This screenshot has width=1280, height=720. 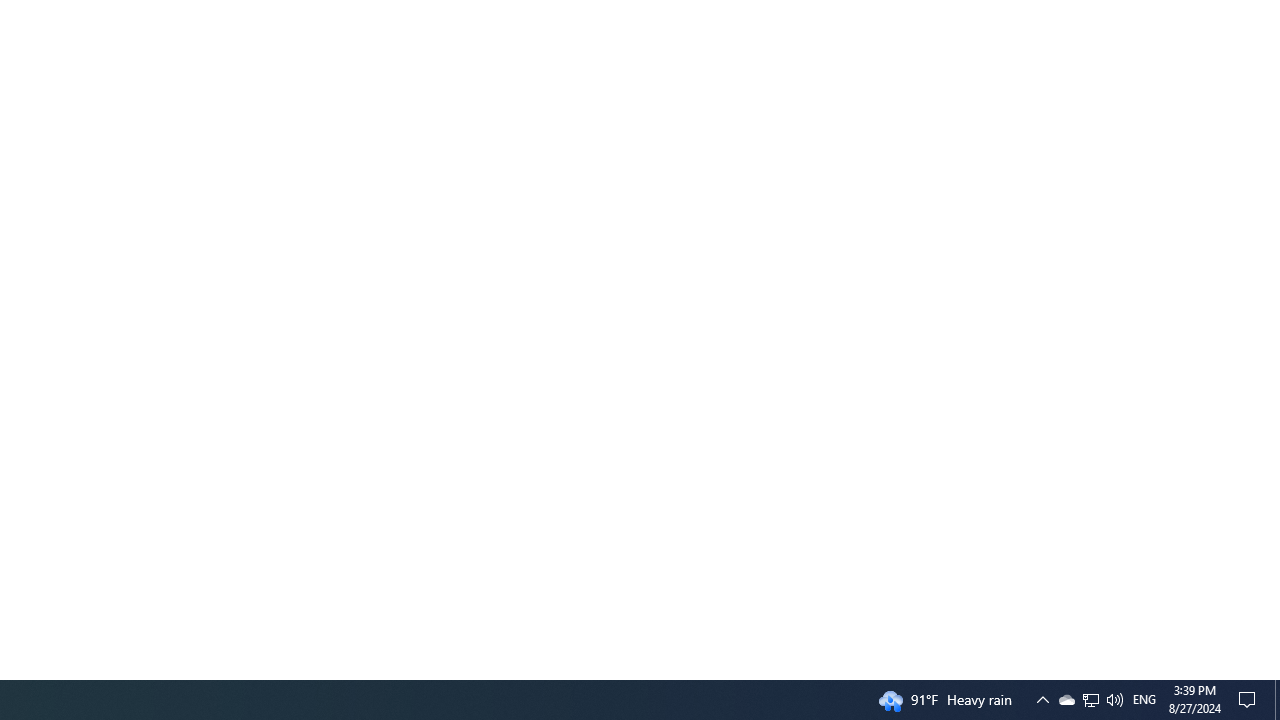 What do you see at coordinates (1090, 698) in the screenshot?
I see `'Q2790: 100%'` at bounding box center [1090, 698].